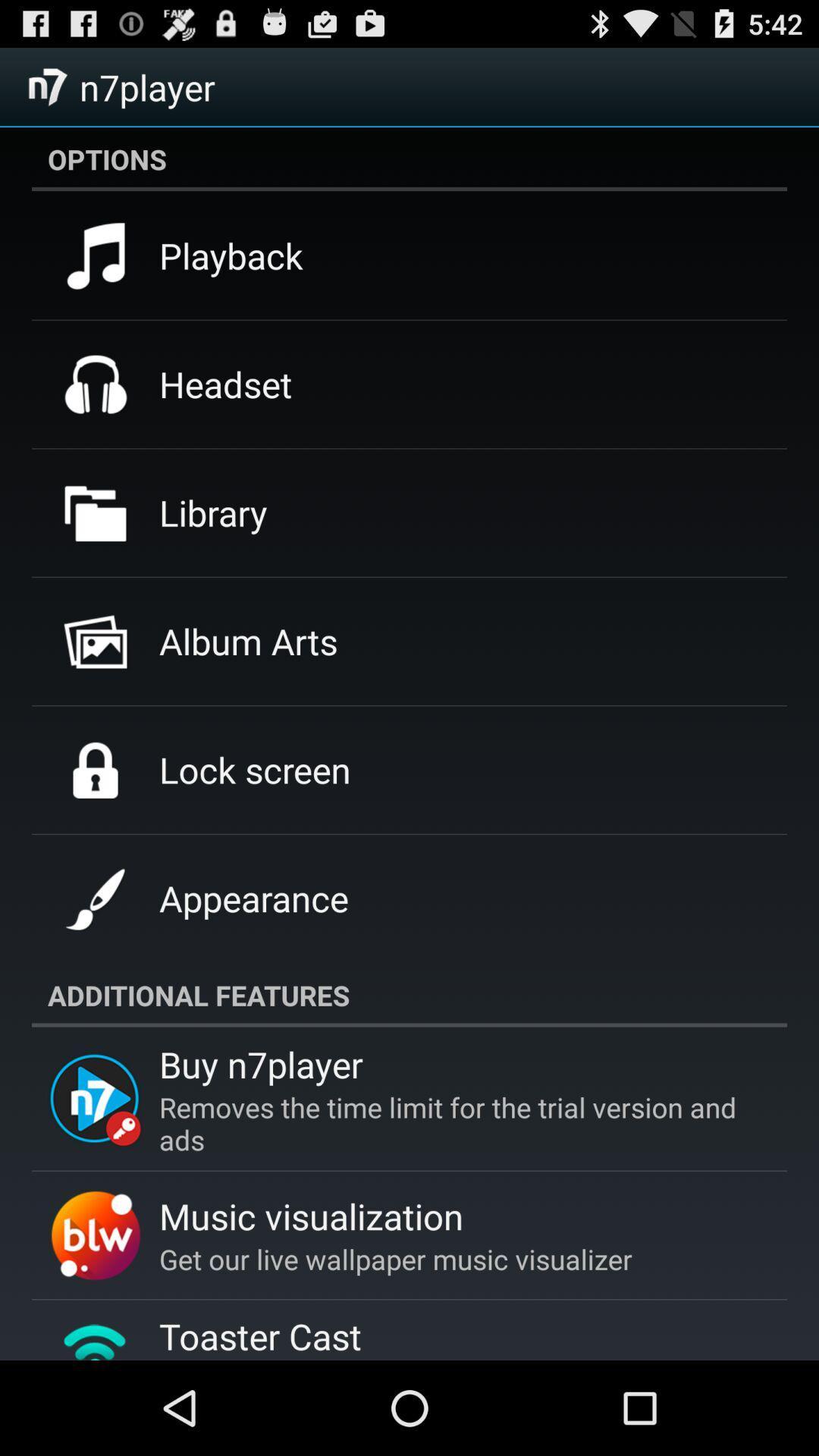 The height and width of the screenshot is (1456, 819). What do you see at coordinates (454, 1123) in the screenshot?
I see `the icon below the buy n7player` at bounding box center [454, 1123].